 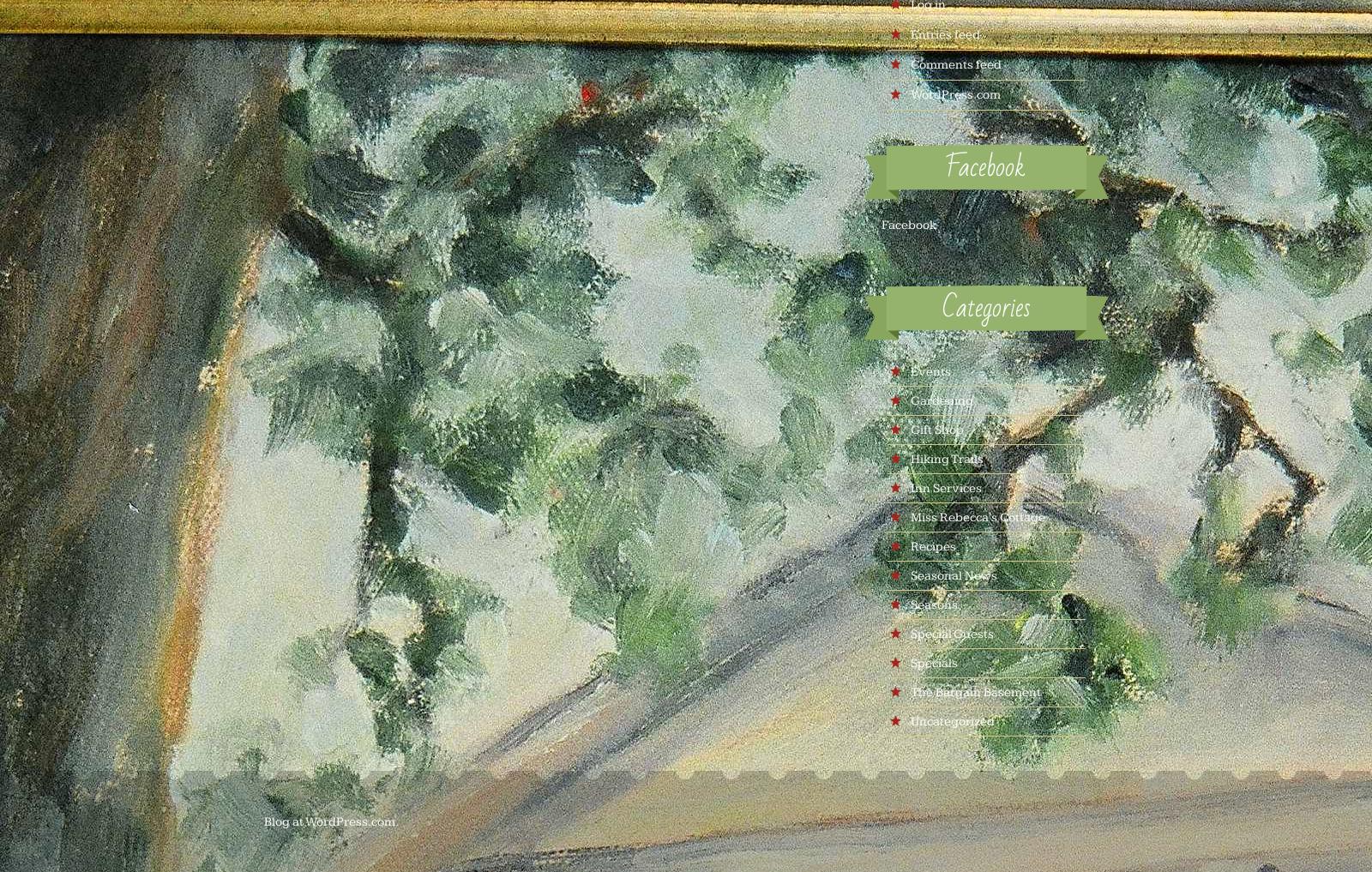 I want to click on 'Categories', so click(x=985, y=307).